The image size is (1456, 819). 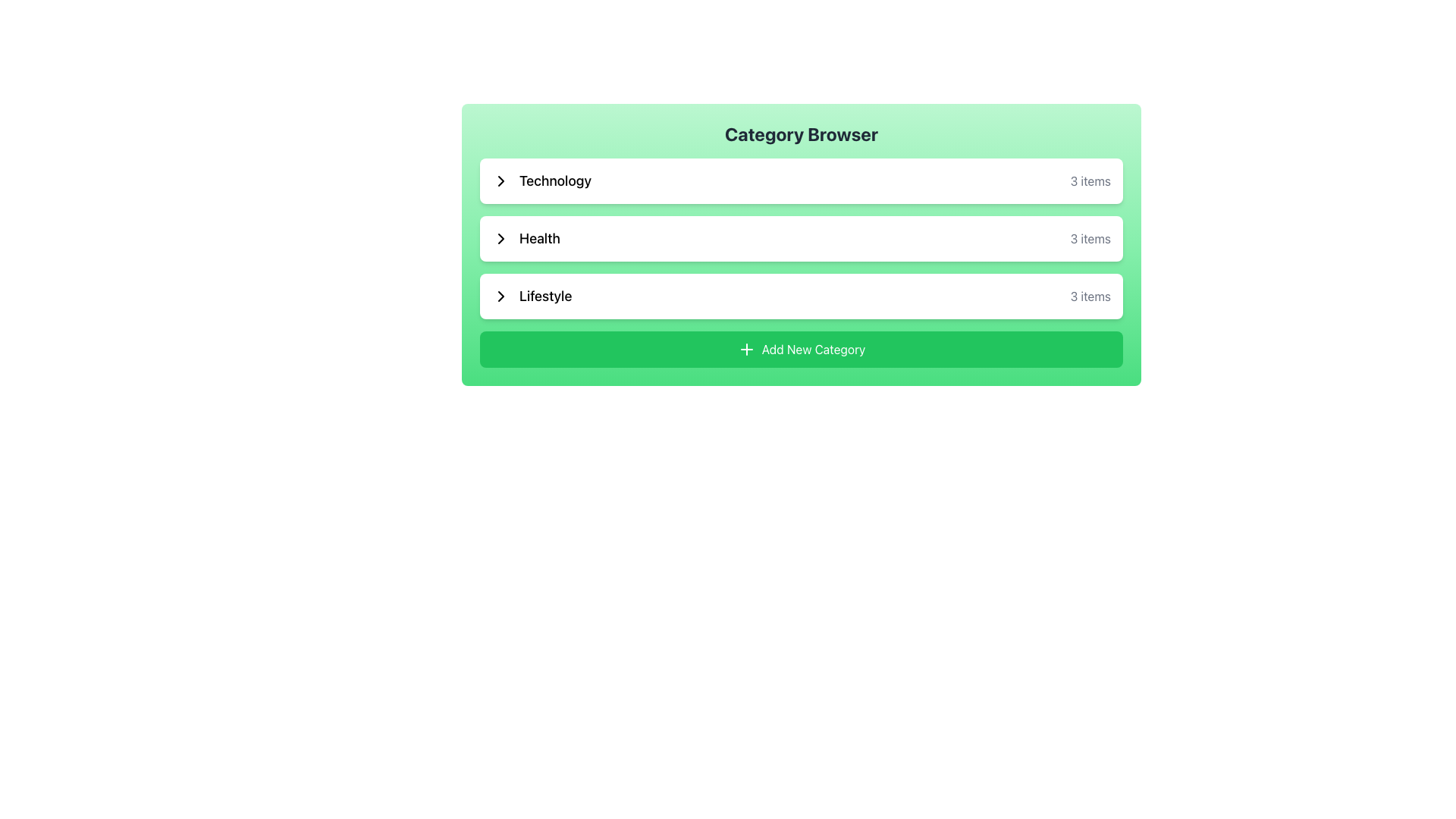 I want to click on the chevron right icon, which is a small arrow indicating navigation or expansion, located in the third row of the list under the 'Lifestyle' category, so click(x=501, y=296).